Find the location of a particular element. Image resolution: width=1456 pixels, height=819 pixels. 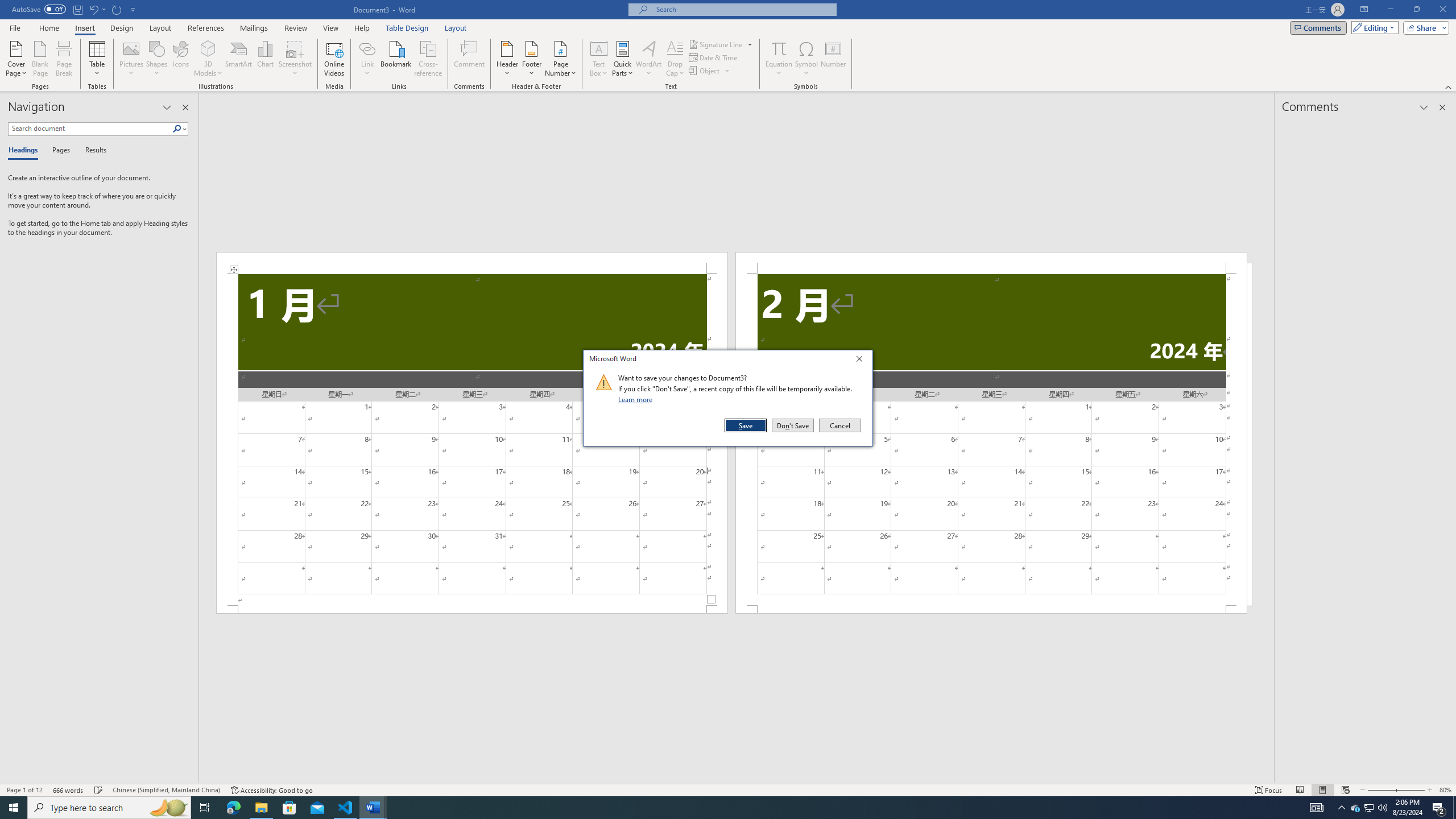

'Layout' is located at coordinates (455, 28).